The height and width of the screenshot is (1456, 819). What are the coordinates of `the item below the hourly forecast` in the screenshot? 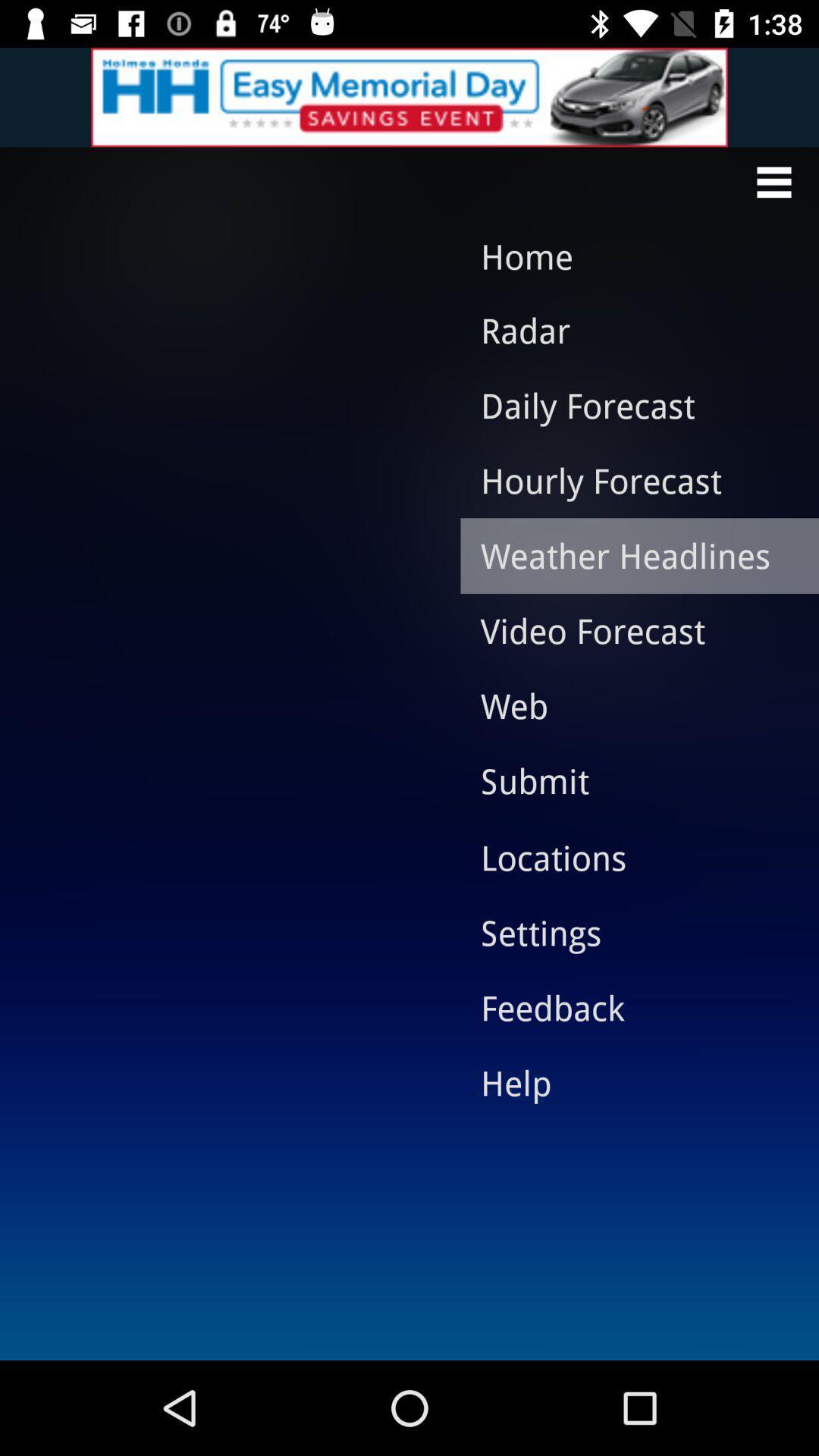 It's located at (628, 554).